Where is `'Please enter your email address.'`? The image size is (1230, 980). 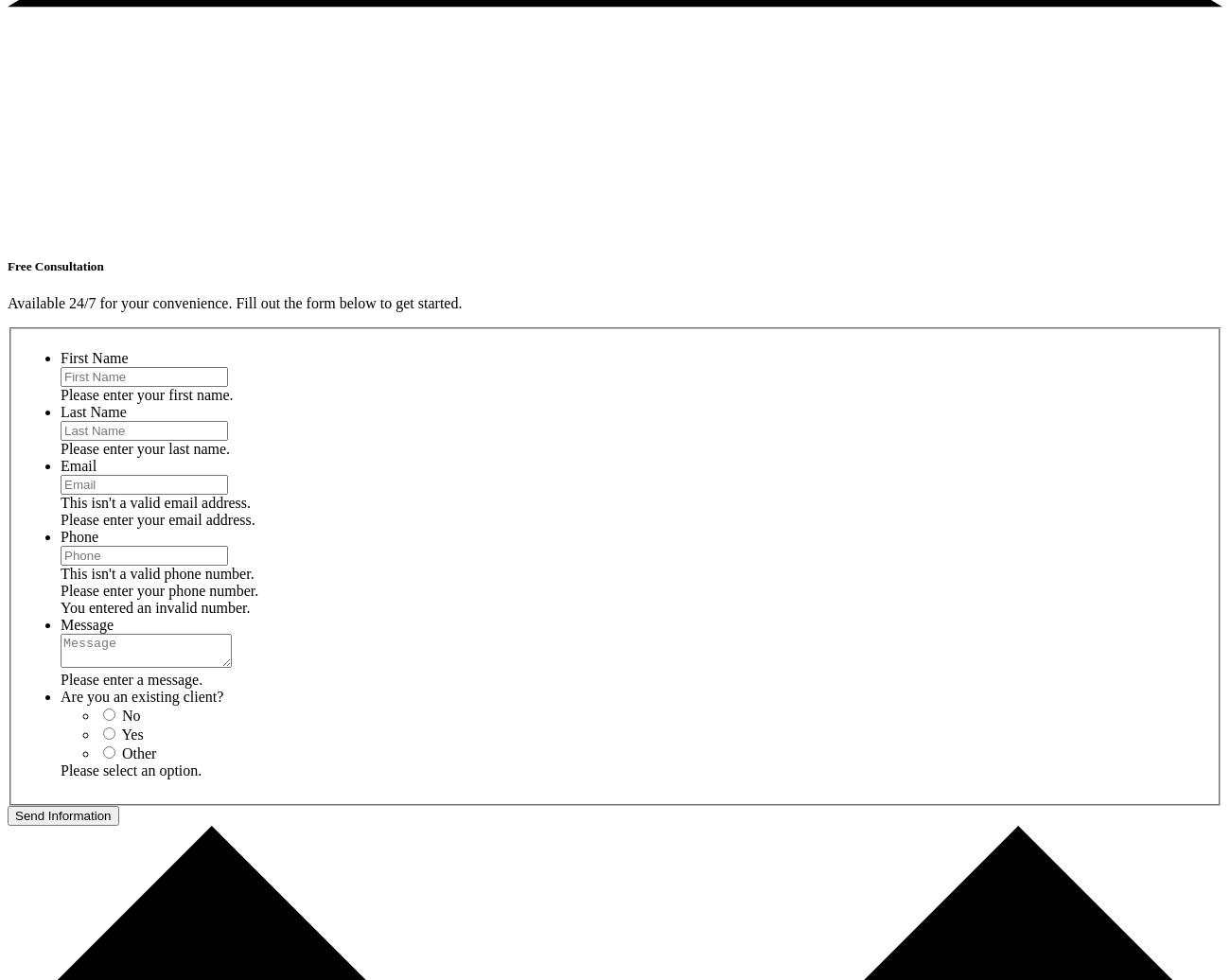 'Please enter your email address.' is located at coordinates (157, 518).